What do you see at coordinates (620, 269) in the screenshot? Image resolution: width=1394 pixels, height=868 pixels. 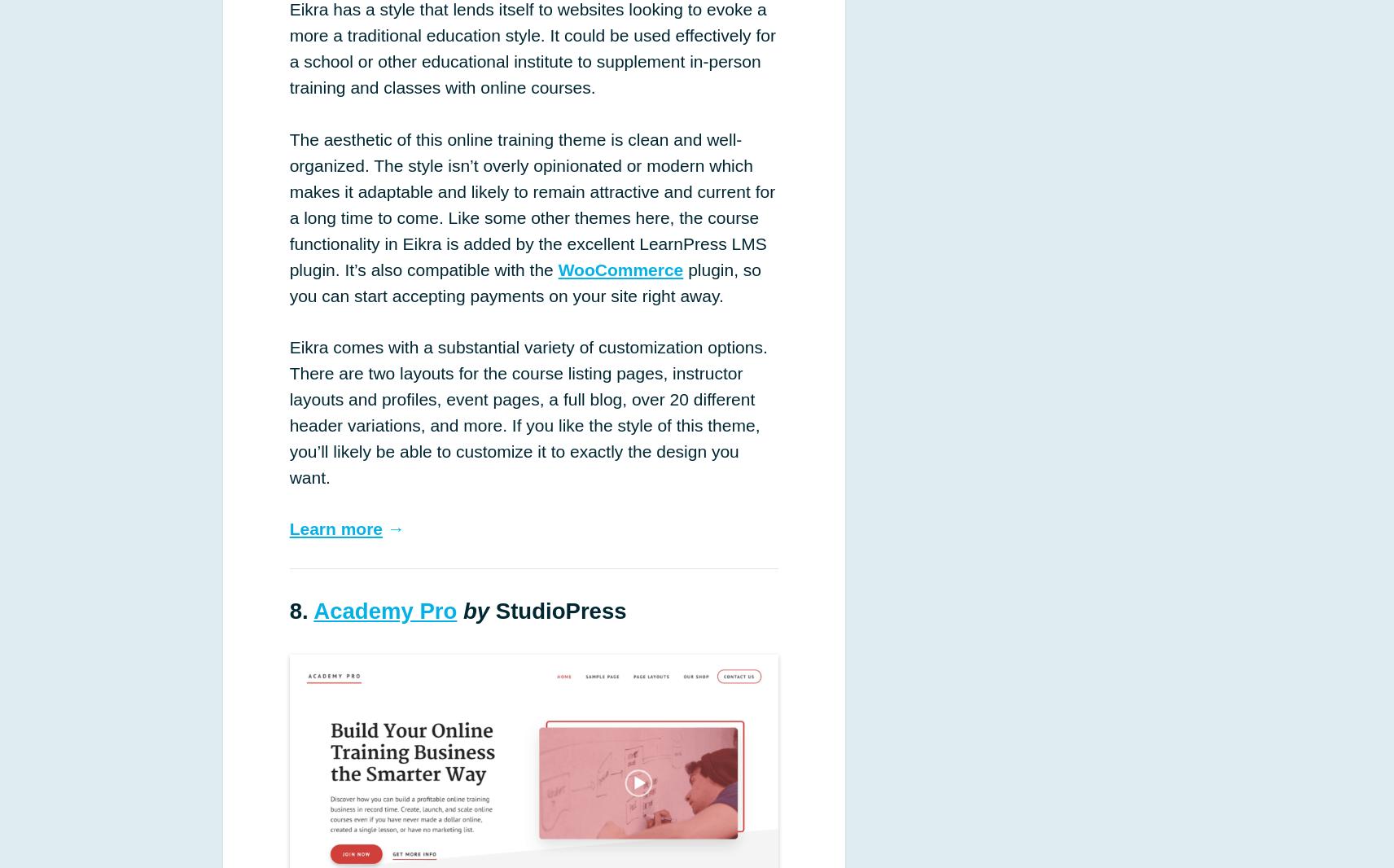 I see `'WooCommerce'` at bounding box center [620, 269].